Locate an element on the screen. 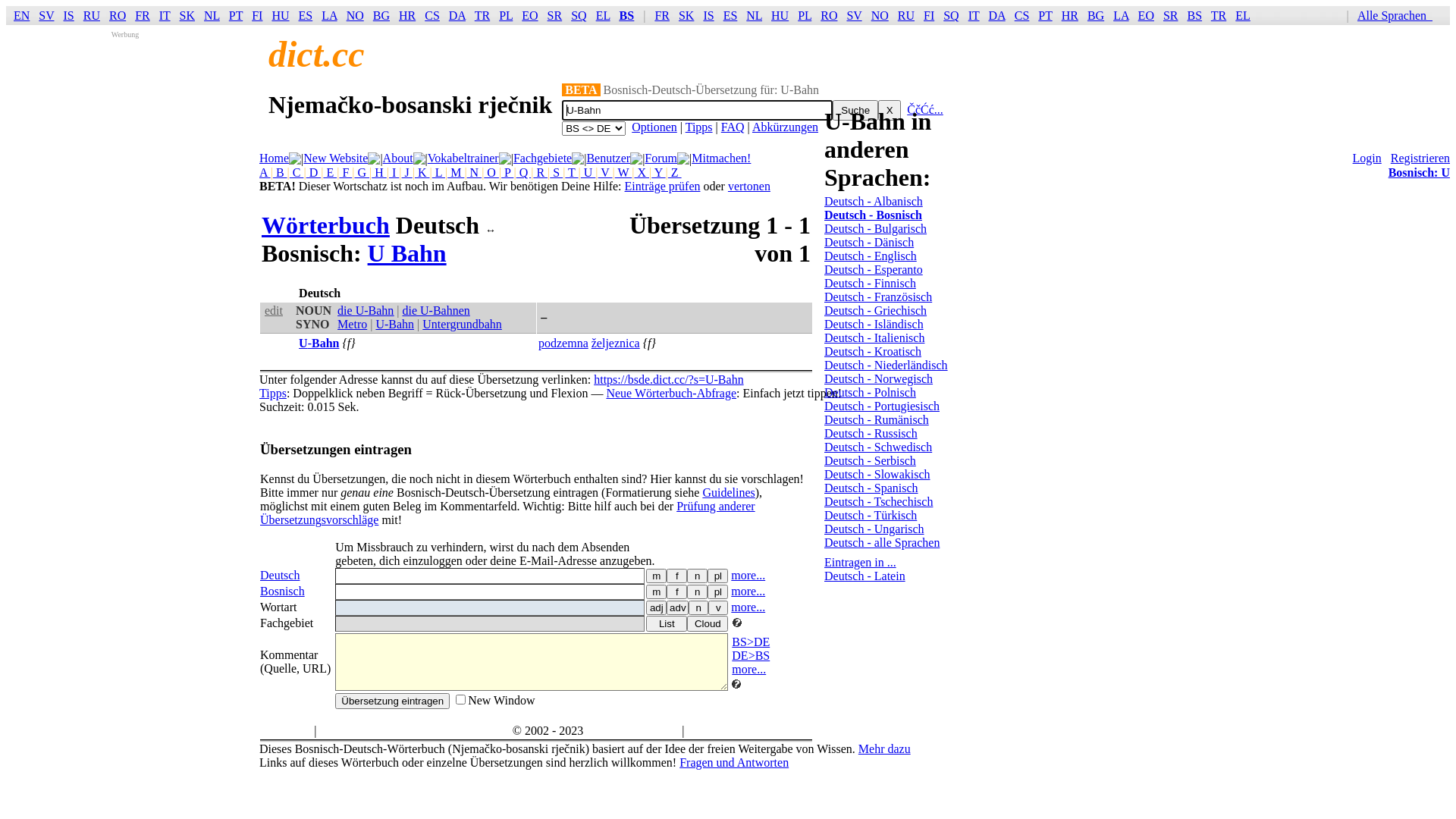  'Deutsch - Bosnisch' is located at coordinates (823, 215).